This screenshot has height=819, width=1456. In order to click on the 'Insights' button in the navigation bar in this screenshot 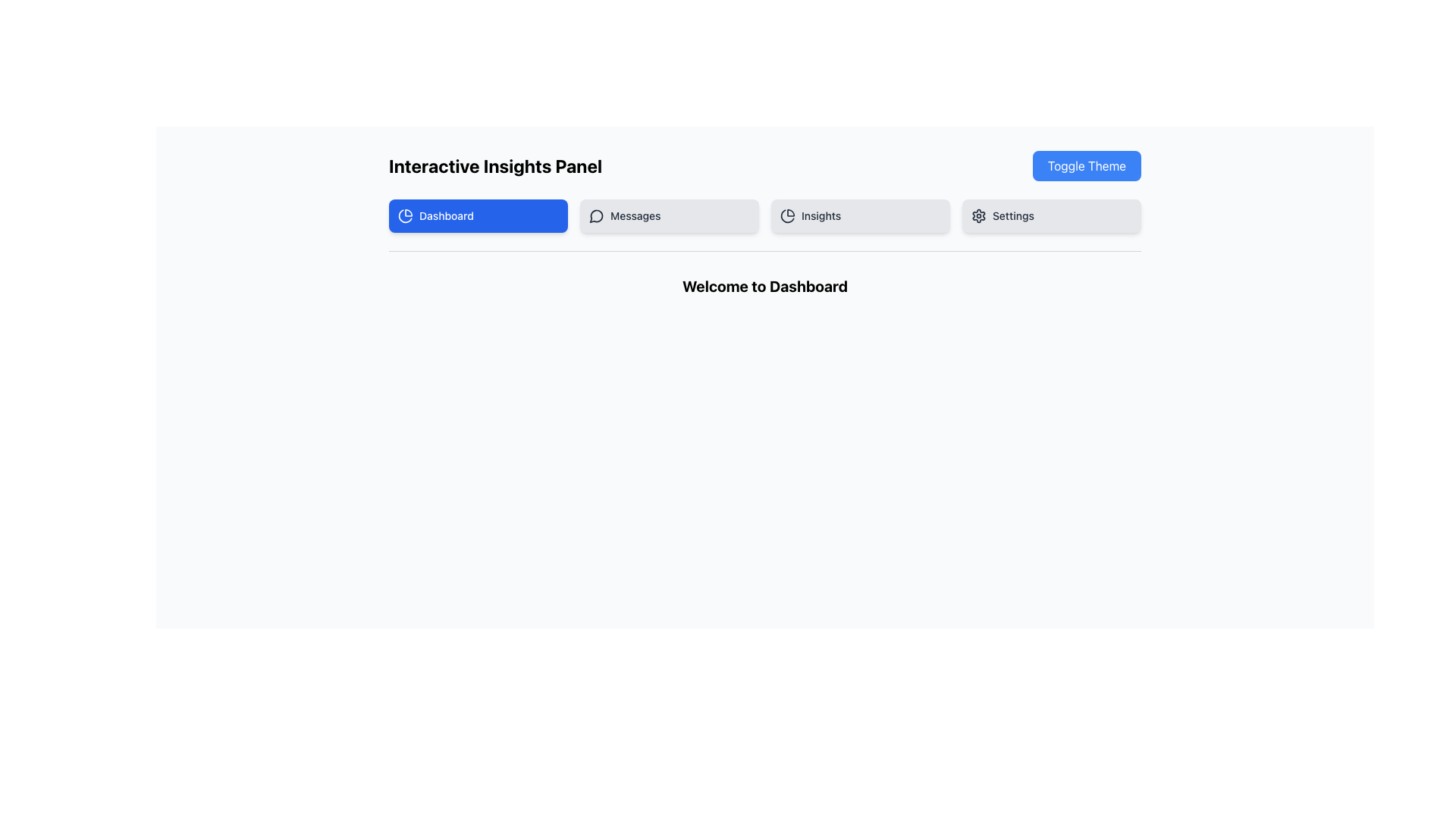, I will do `click(860, 216)`.